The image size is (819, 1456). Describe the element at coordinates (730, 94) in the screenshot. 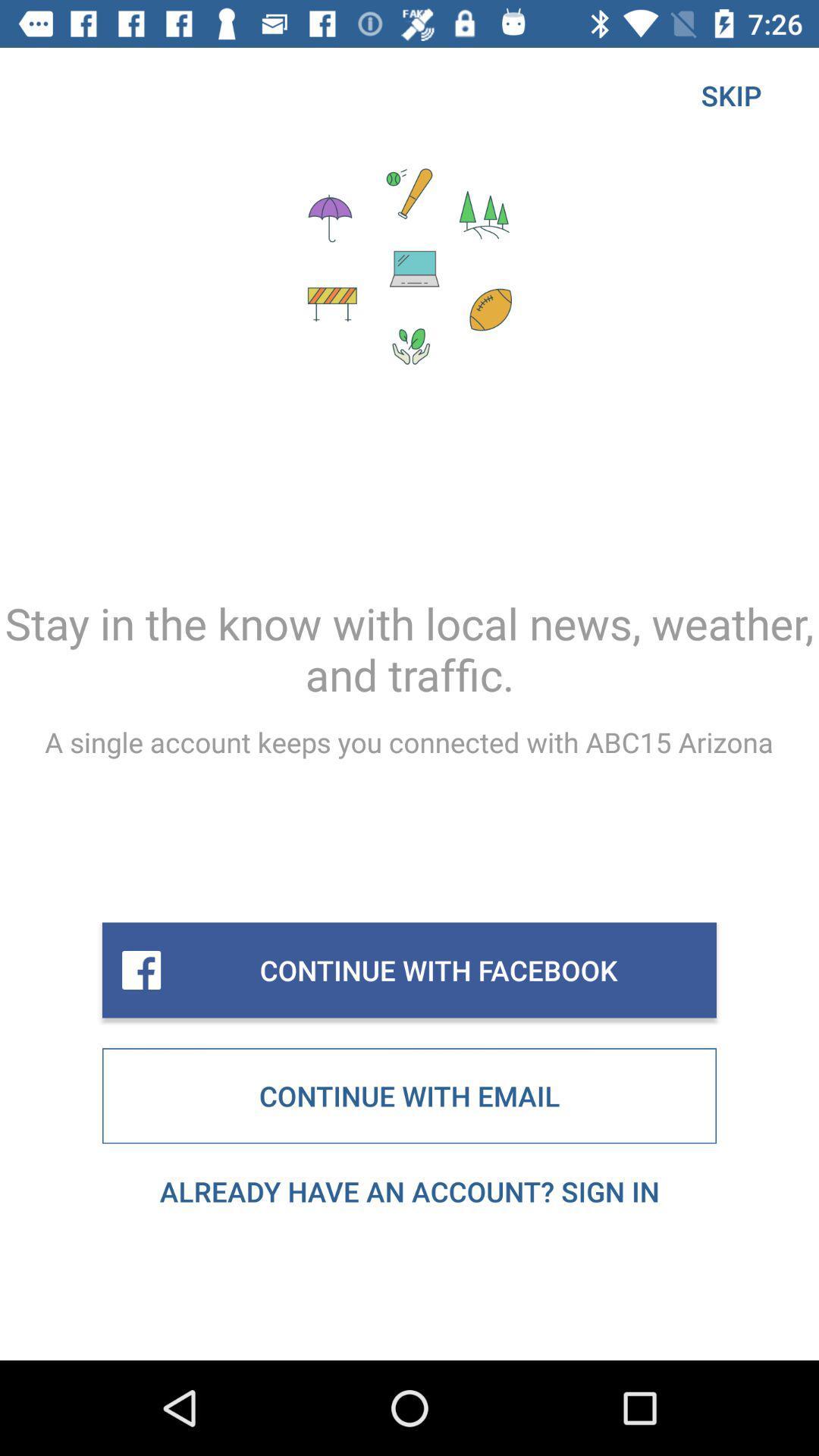

I see `icon above the stay in the icon` at that location.